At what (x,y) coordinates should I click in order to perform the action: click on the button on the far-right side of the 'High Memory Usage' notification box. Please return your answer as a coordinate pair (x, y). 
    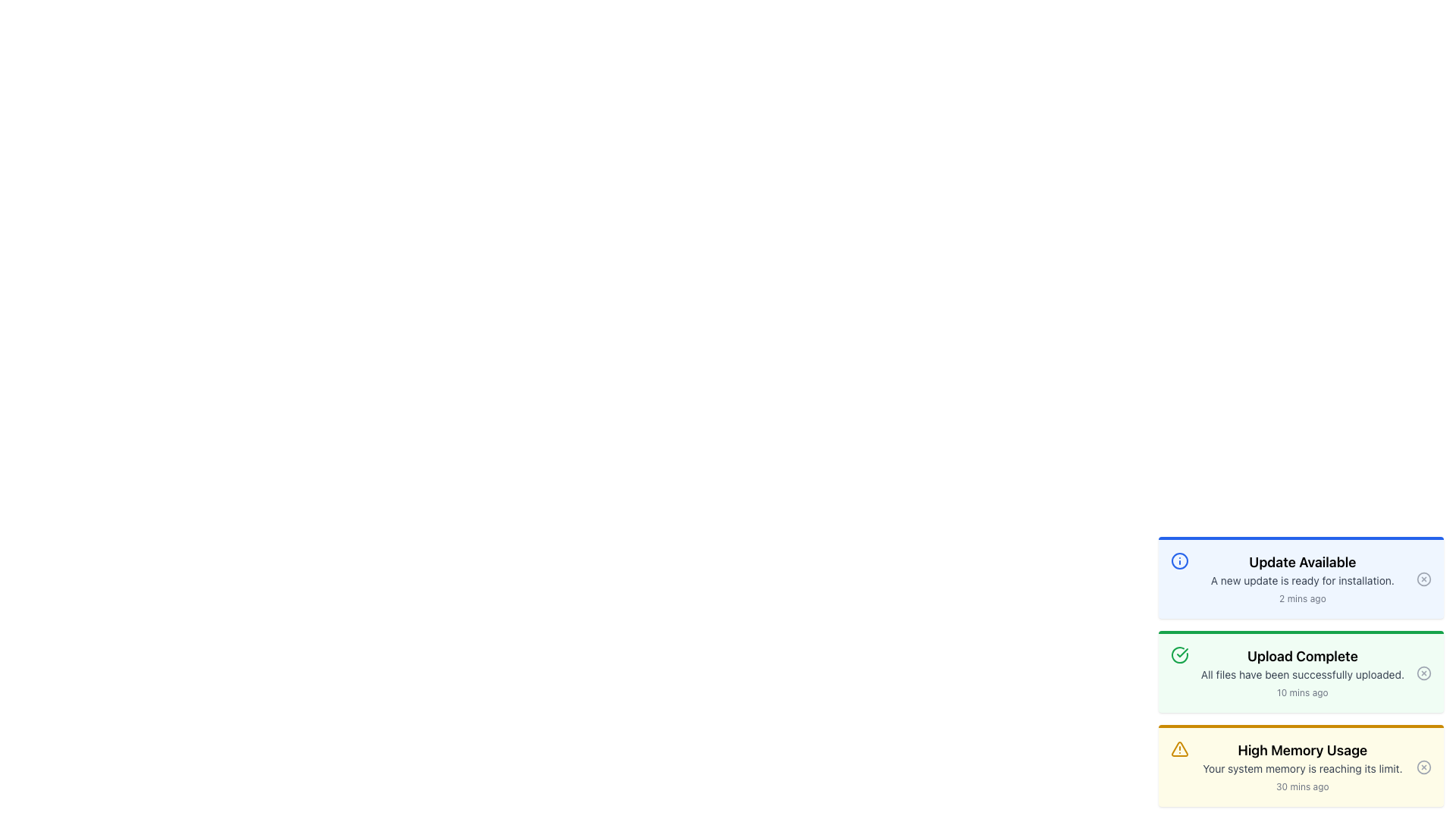
    Looking at the image, I should click on (1423, 767).